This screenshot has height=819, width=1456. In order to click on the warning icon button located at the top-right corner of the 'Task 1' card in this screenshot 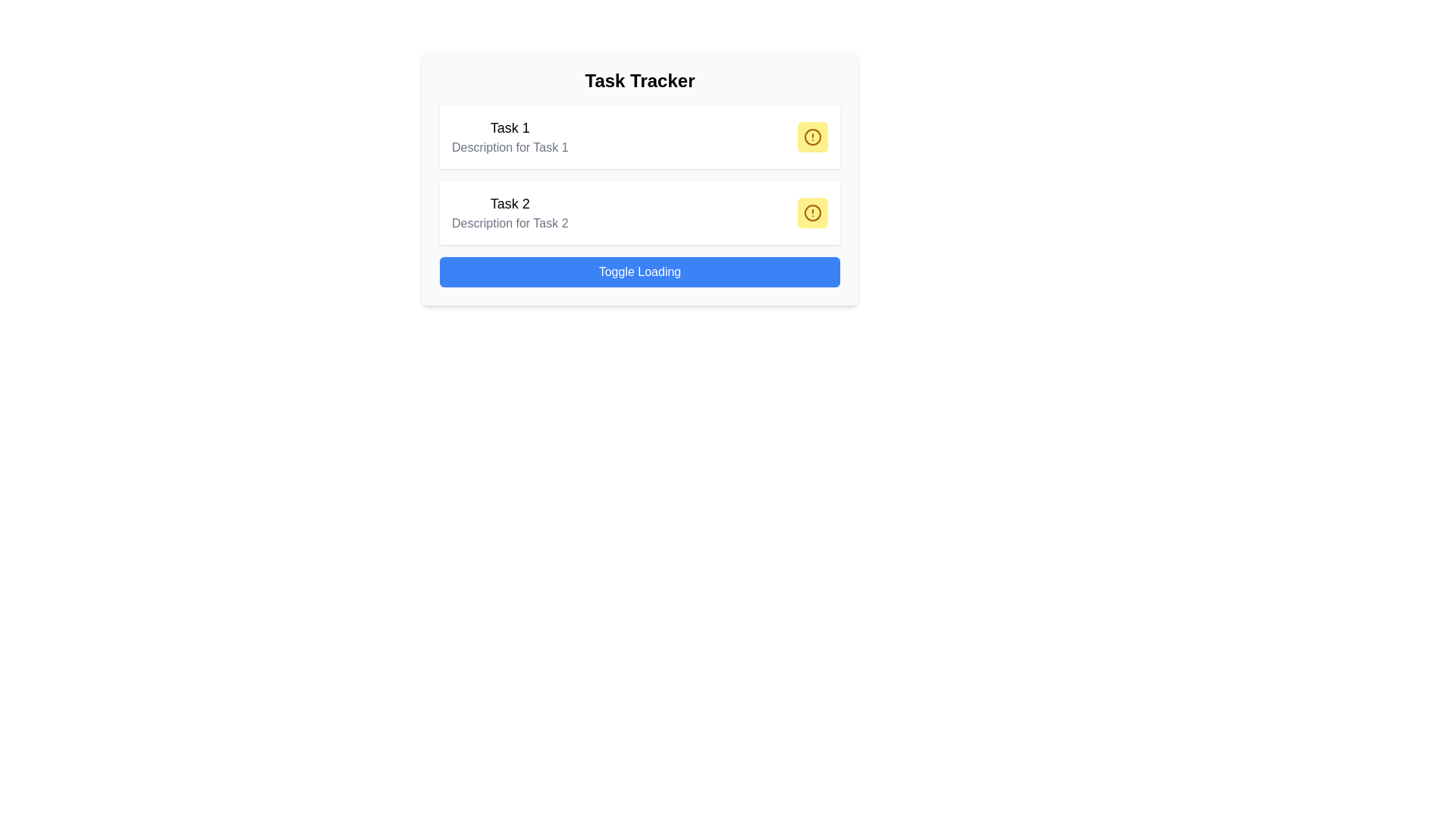, I will do `click(811, 137)`.